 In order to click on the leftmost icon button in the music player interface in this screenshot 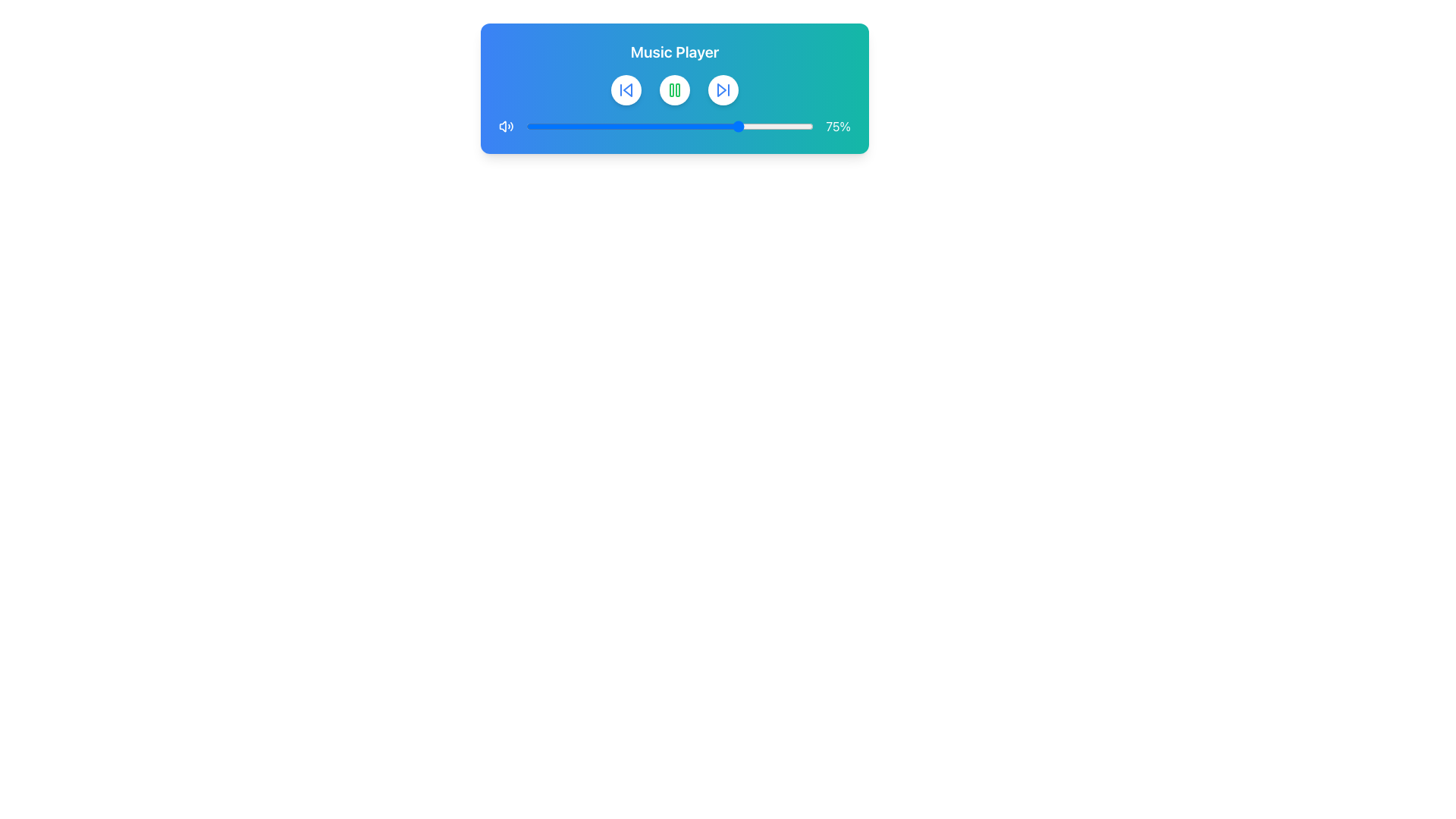, I will do `click(626, 90)`.